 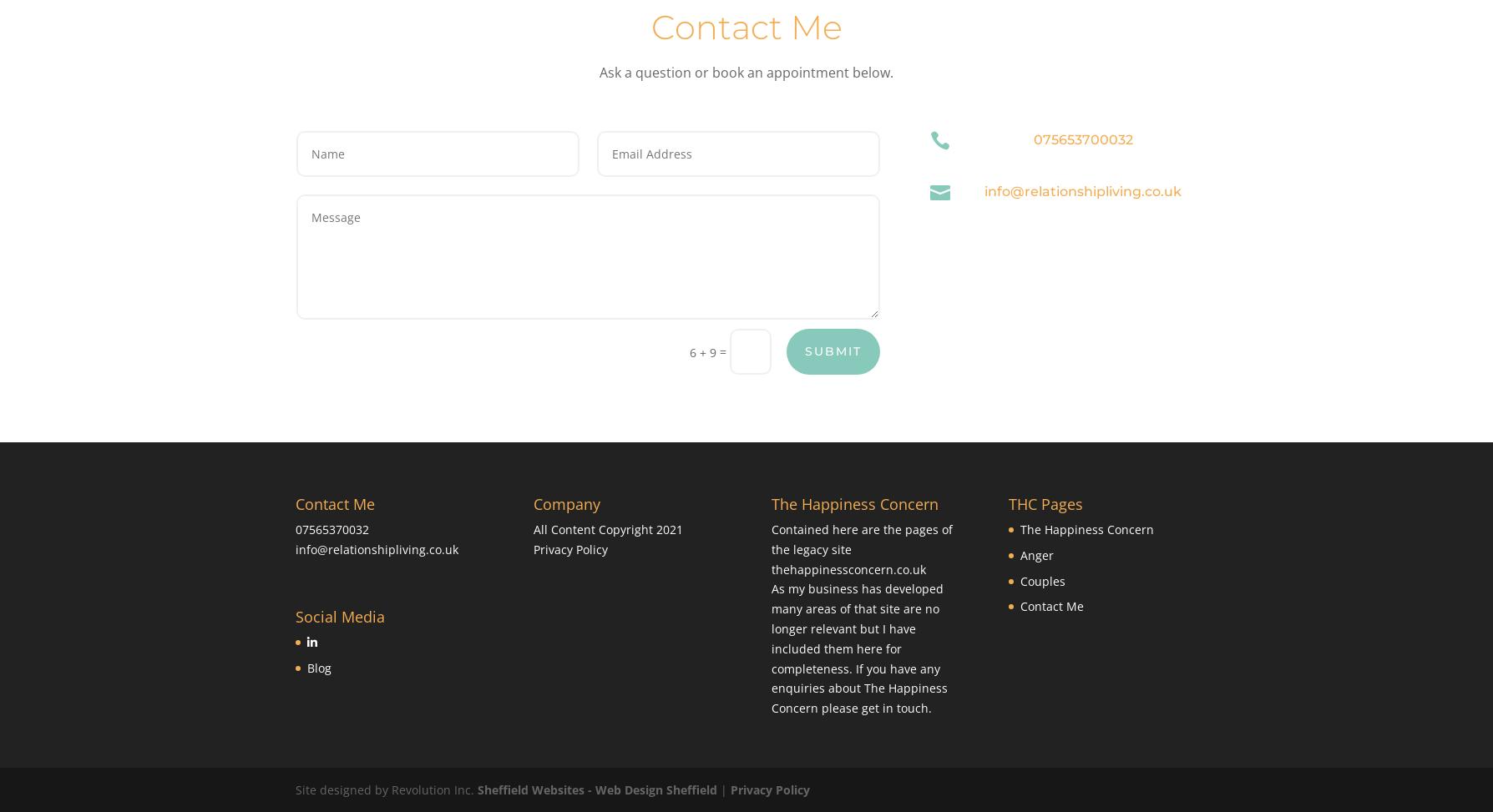 I want to click on 'Anger', so click(x=1035, y=553).